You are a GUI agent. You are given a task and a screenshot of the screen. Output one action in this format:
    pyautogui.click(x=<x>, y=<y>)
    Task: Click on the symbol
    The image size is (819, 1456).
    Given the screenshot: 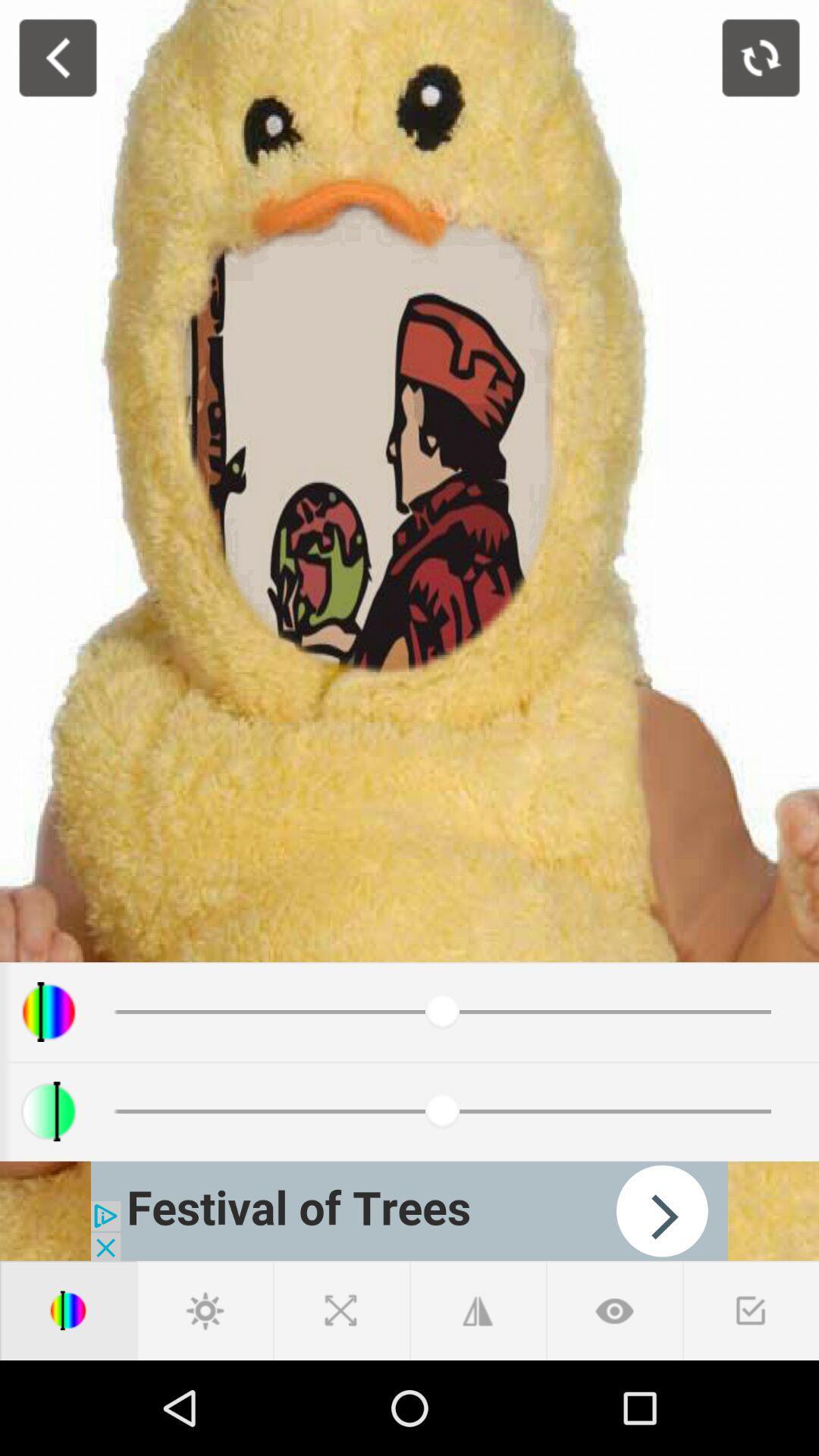 What is the action you would take?
    pyautogui.click(x=751, y=1310)
    